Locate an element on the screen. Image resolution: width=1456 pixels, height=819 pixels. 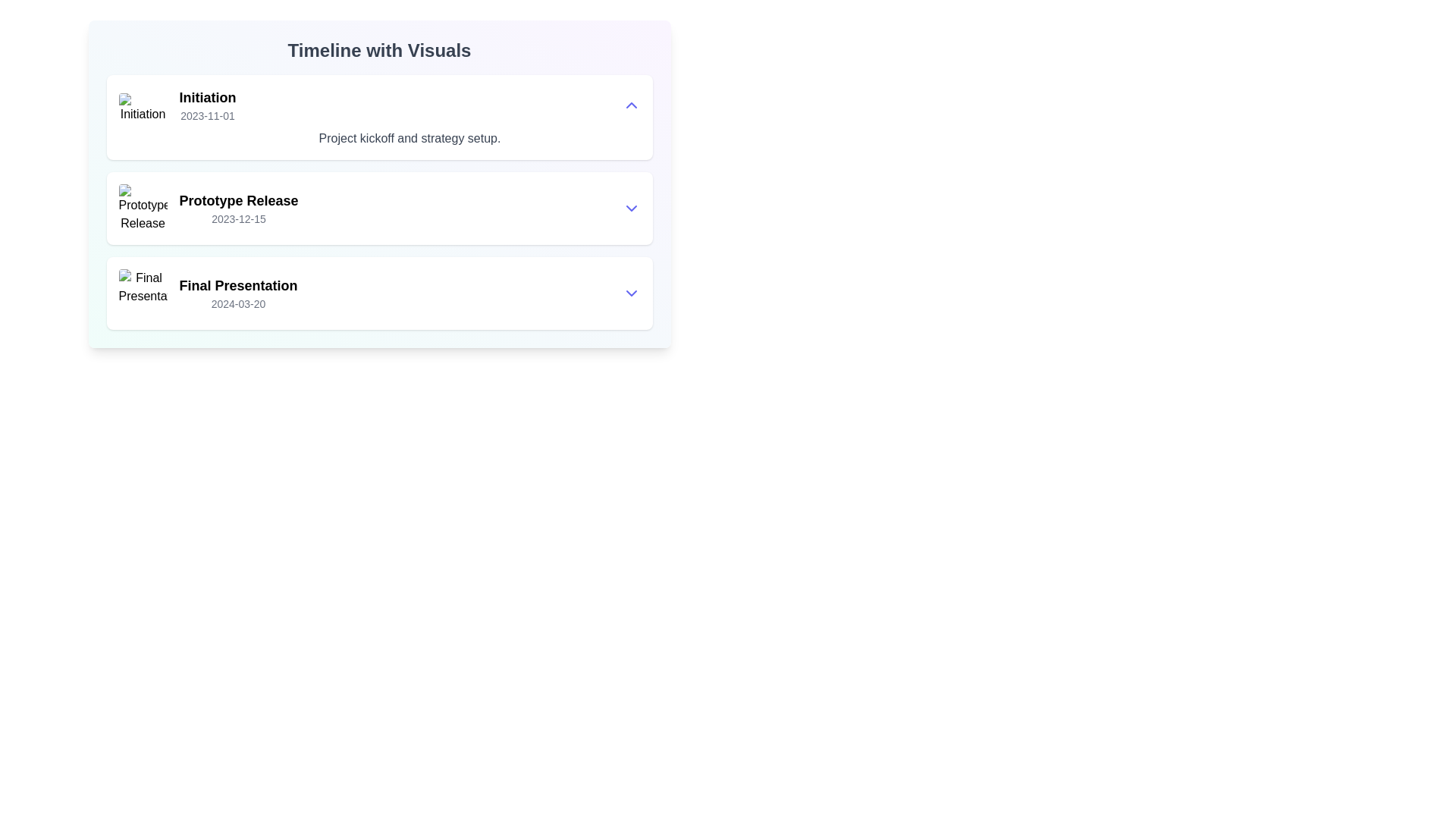
the small blue upward-facing chevron icon button located in the top-right corner of the 'Initiation' card dated '2023-11-01' is located at coordinates (631, 104).